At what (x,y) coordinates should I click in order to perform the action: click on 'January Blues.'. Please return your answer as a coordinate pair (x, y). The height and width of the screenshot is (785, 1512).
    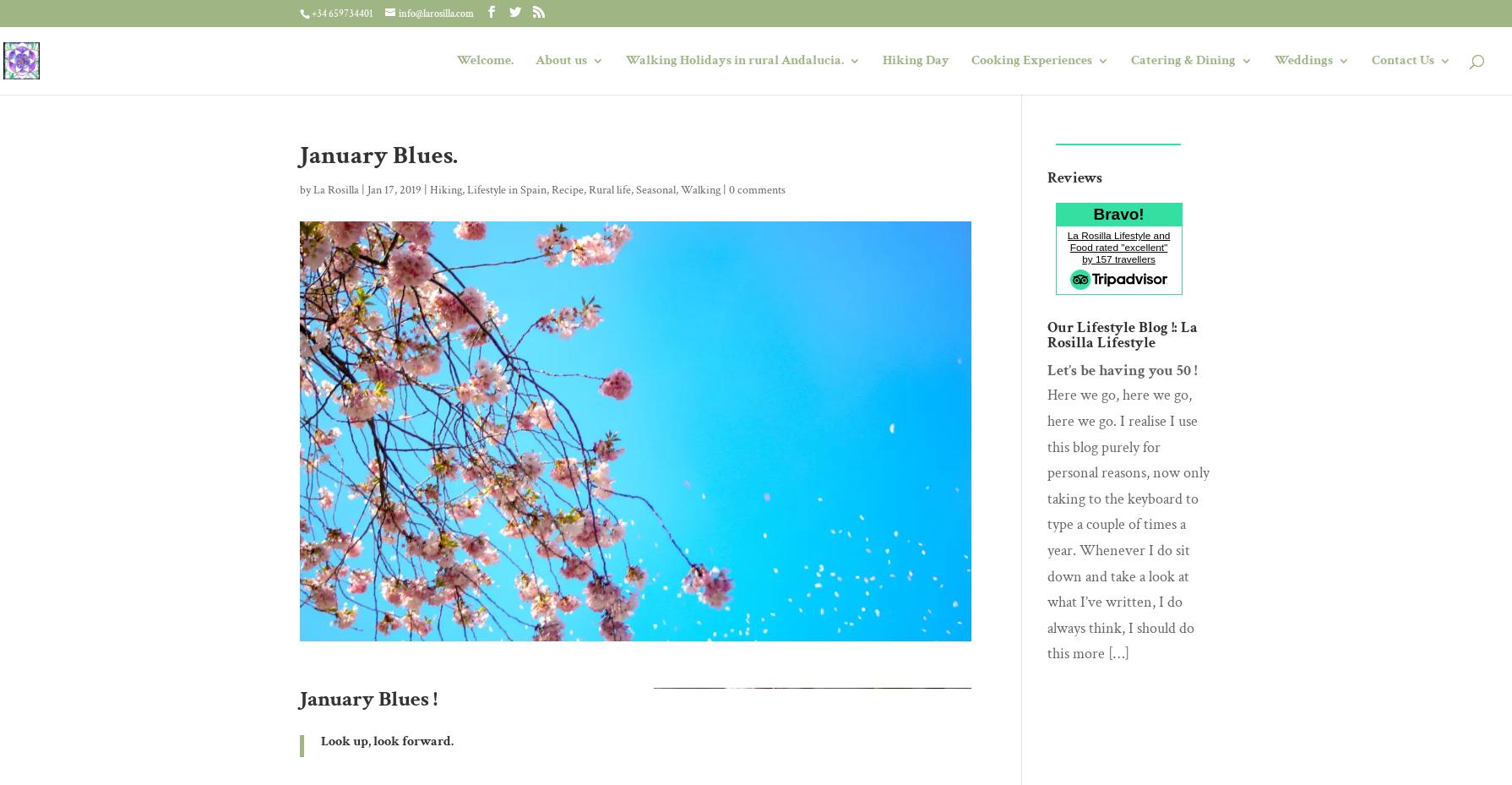
    Looking at the image, I should click on (378, 155).